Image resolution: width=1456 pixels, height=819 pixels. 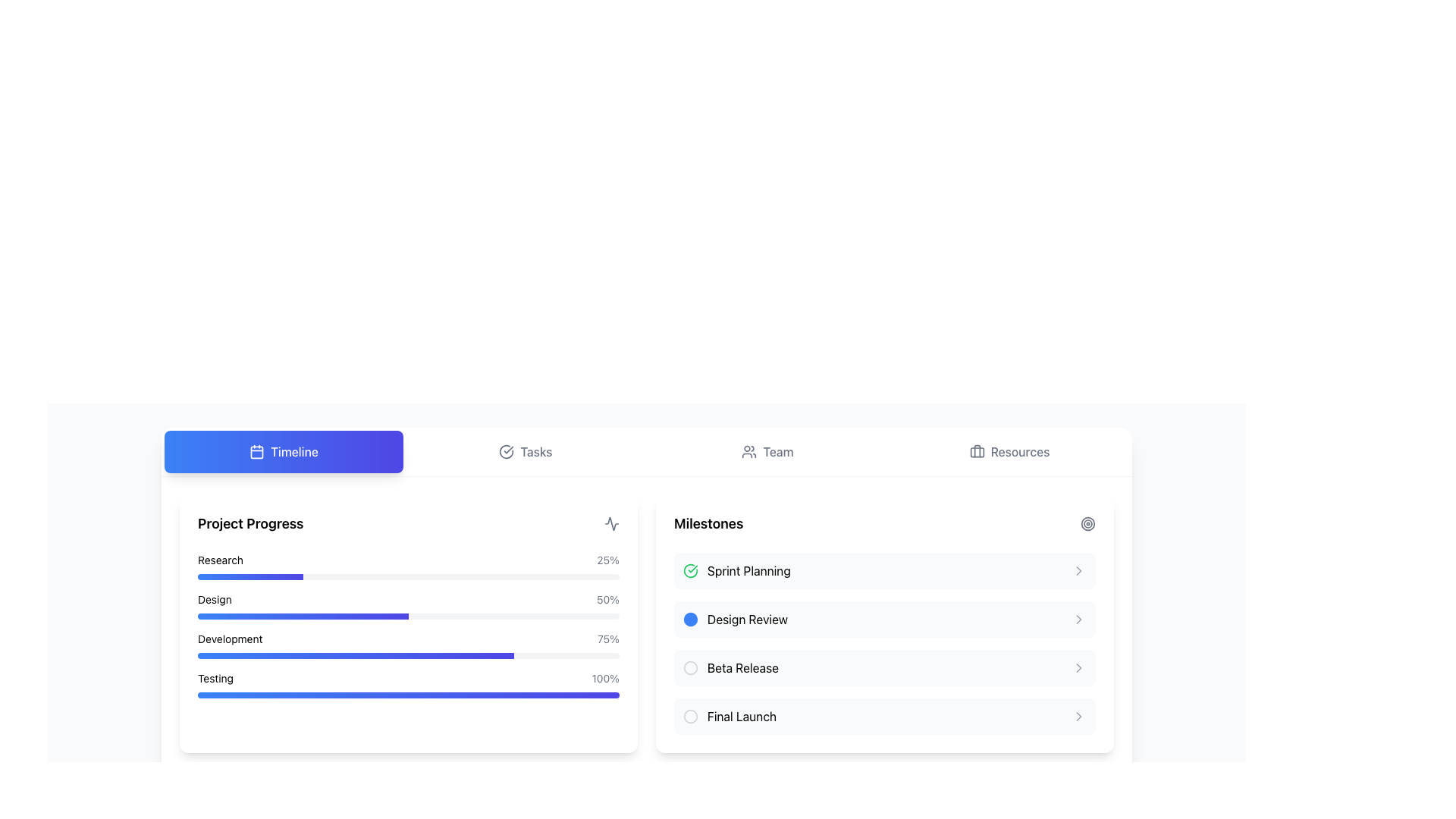 I want to click on the right-facing chevron icon located to the right of the 'Sprint Planning' milestone item in the 'Milestones' section, so click(x=1078, y=570).